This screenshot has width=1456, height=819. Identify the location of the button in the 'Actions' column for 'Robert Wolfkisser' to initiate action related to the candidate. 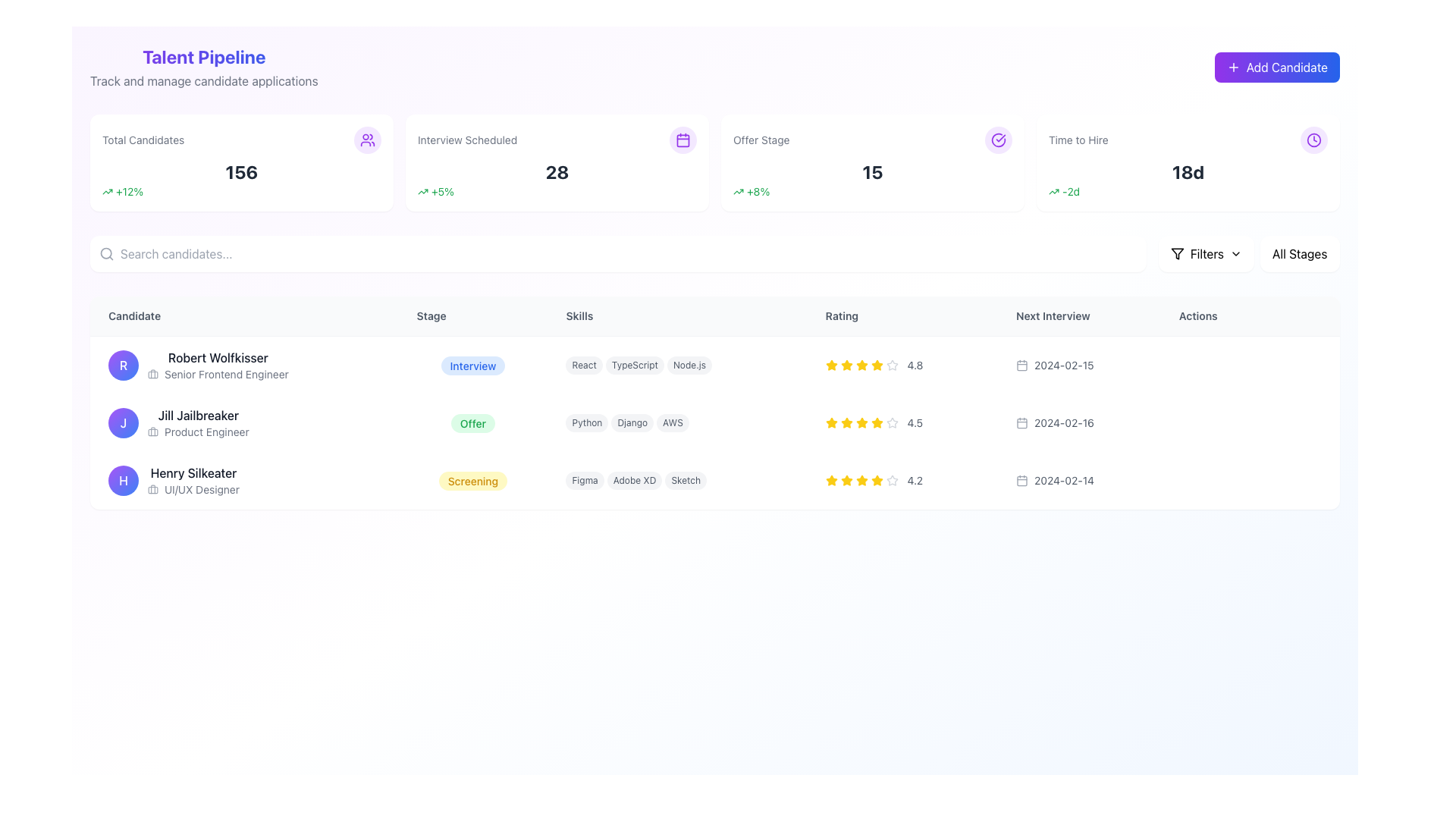
(1223, 366).